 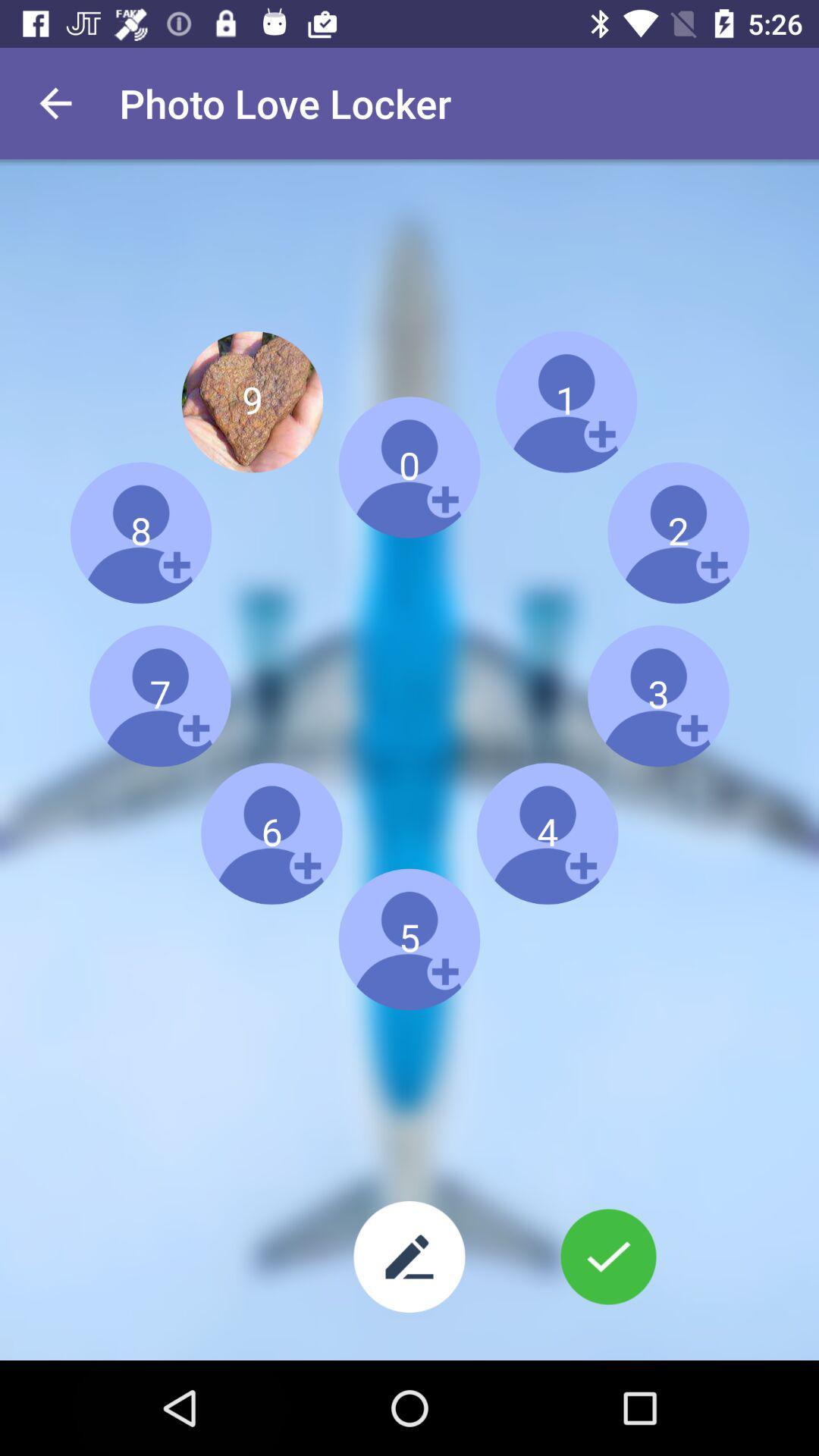 What do you see at coordinates (607, 1257) in the screenshot?
I see `the configuration` at bounding box center [607, 1257].